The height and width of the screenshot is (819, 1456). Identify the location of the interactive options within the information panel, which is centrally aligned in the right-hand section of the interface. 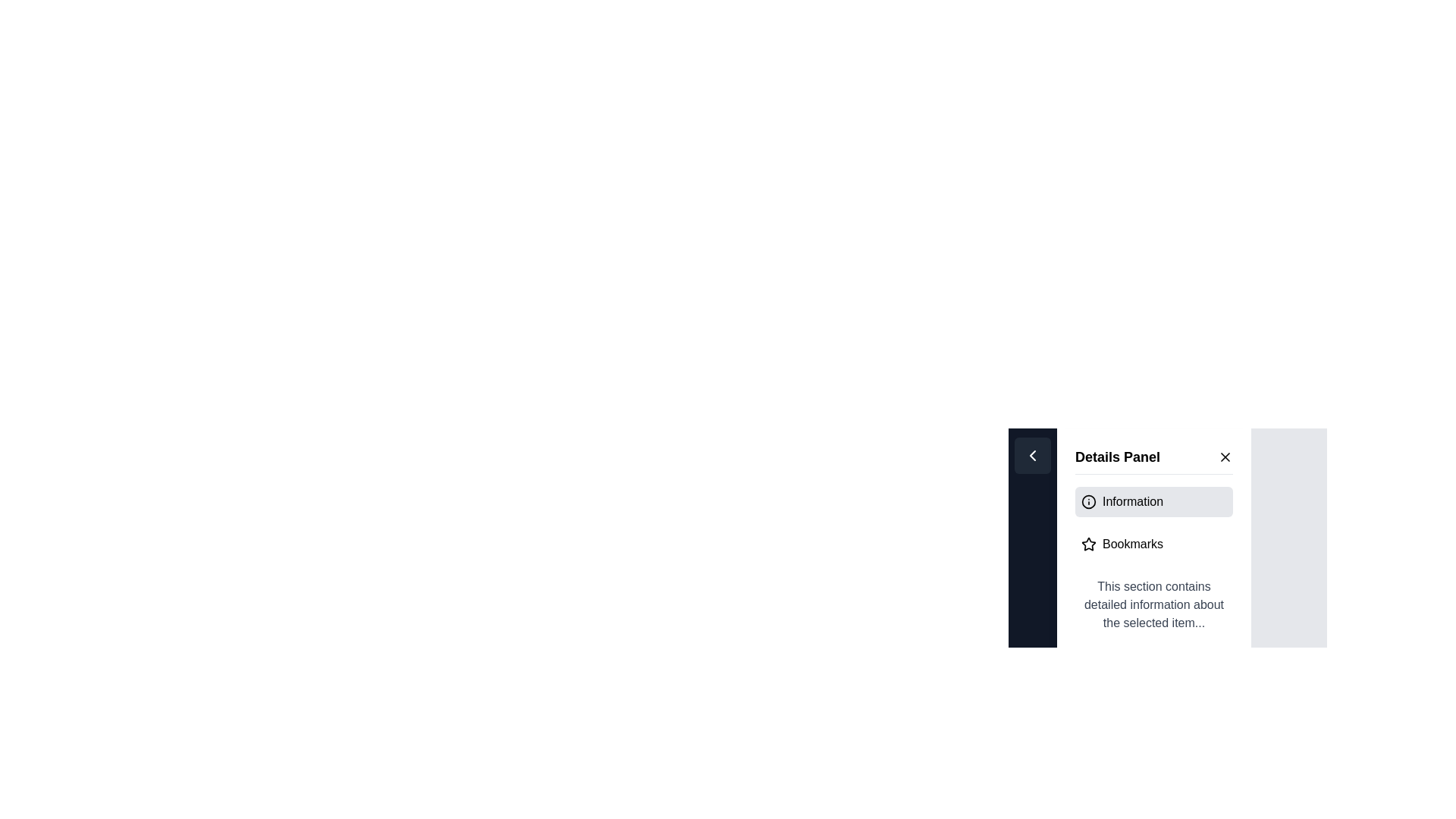
(1167, 528).